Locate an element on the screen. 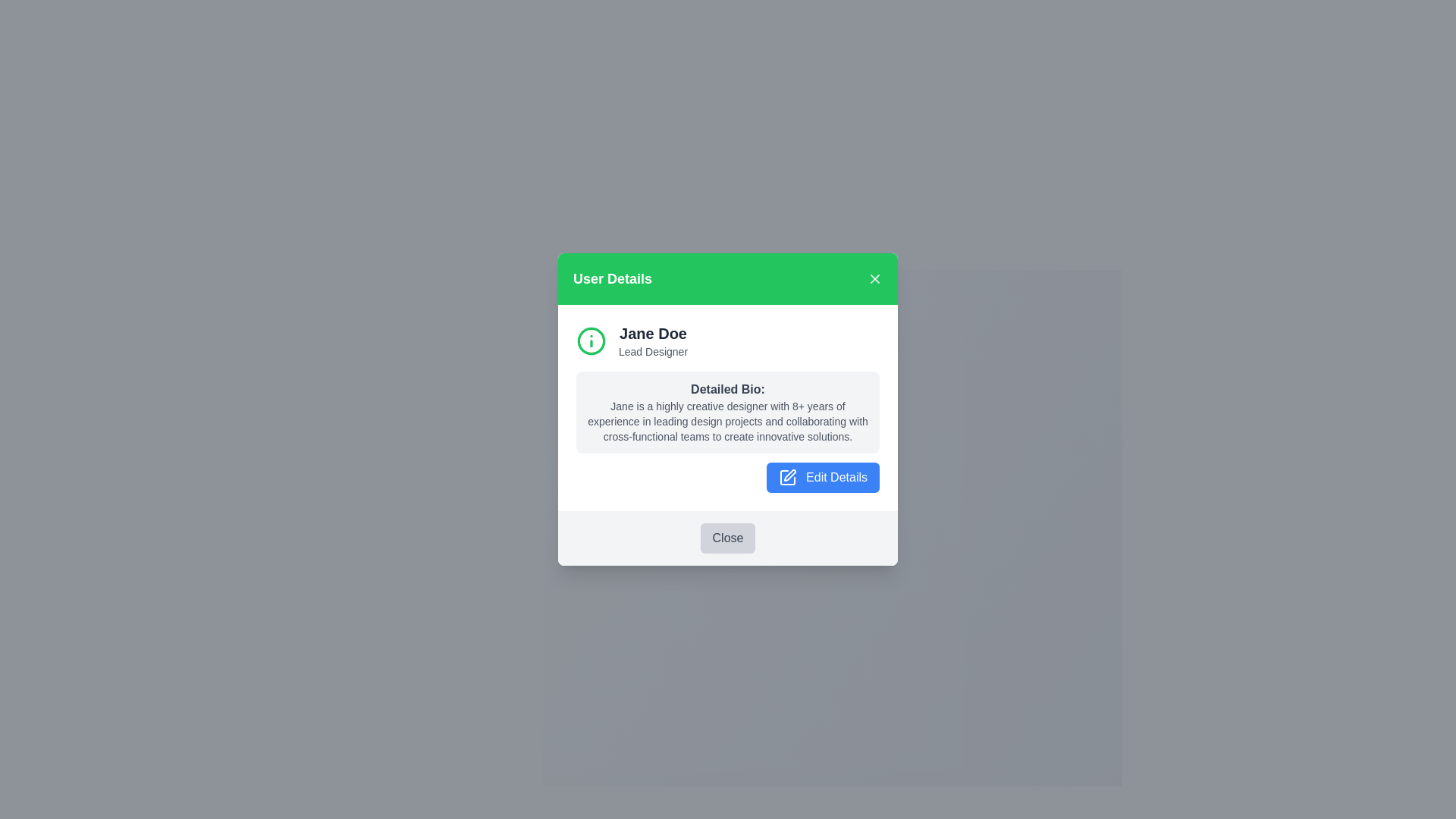 This screenshot has width=1456, height=819. the text label displaying 'Jane Doe', which serves as a heading for the user details, located near the top of the modal dialog, to the right of an icon and above 'Lead Designer' is located at coordinates (653, 332).